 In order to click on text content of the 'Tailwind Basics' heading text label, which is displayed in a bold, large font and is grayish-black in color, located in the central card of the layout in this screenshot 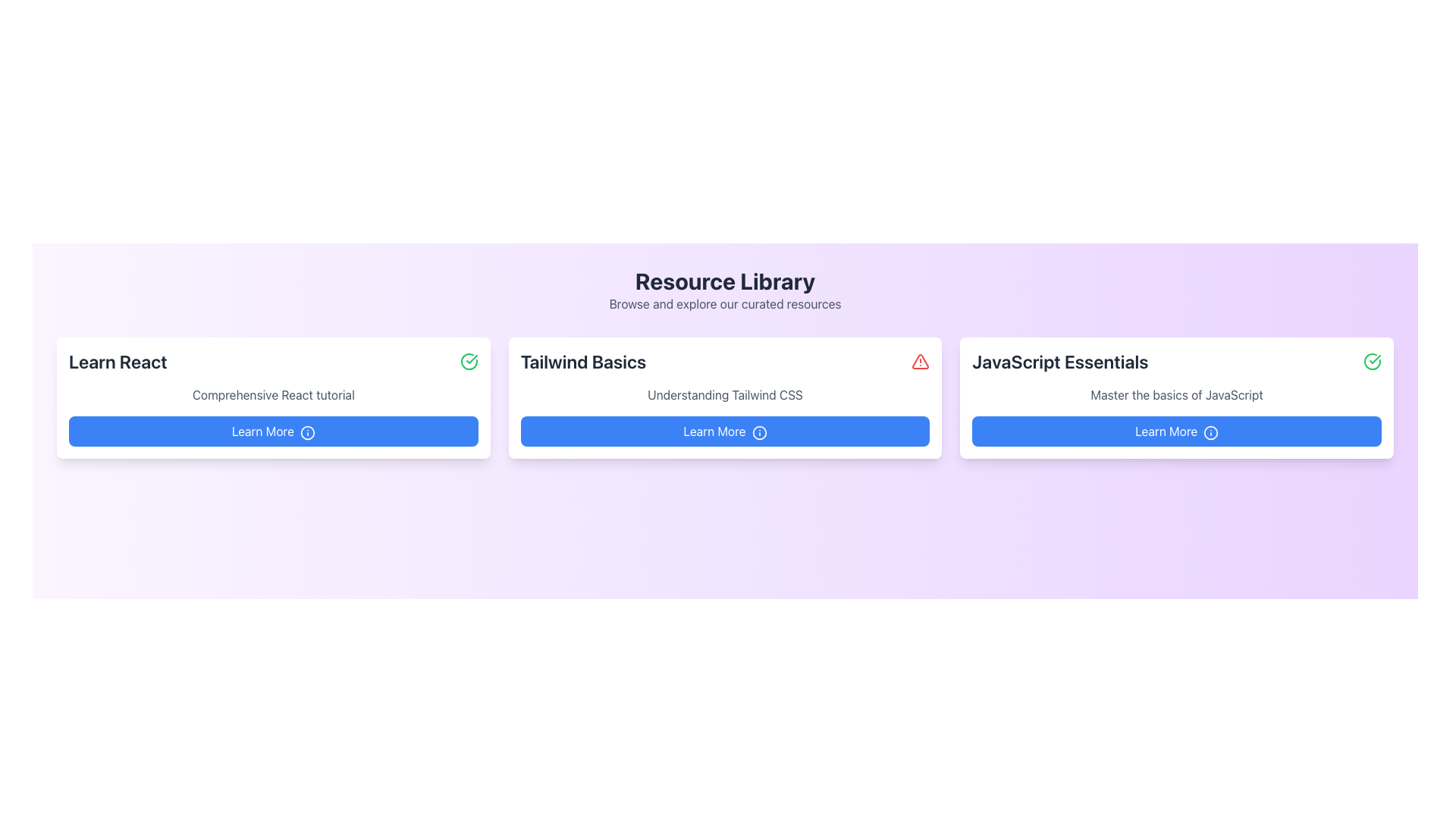, I will do `click(582, 362)`.